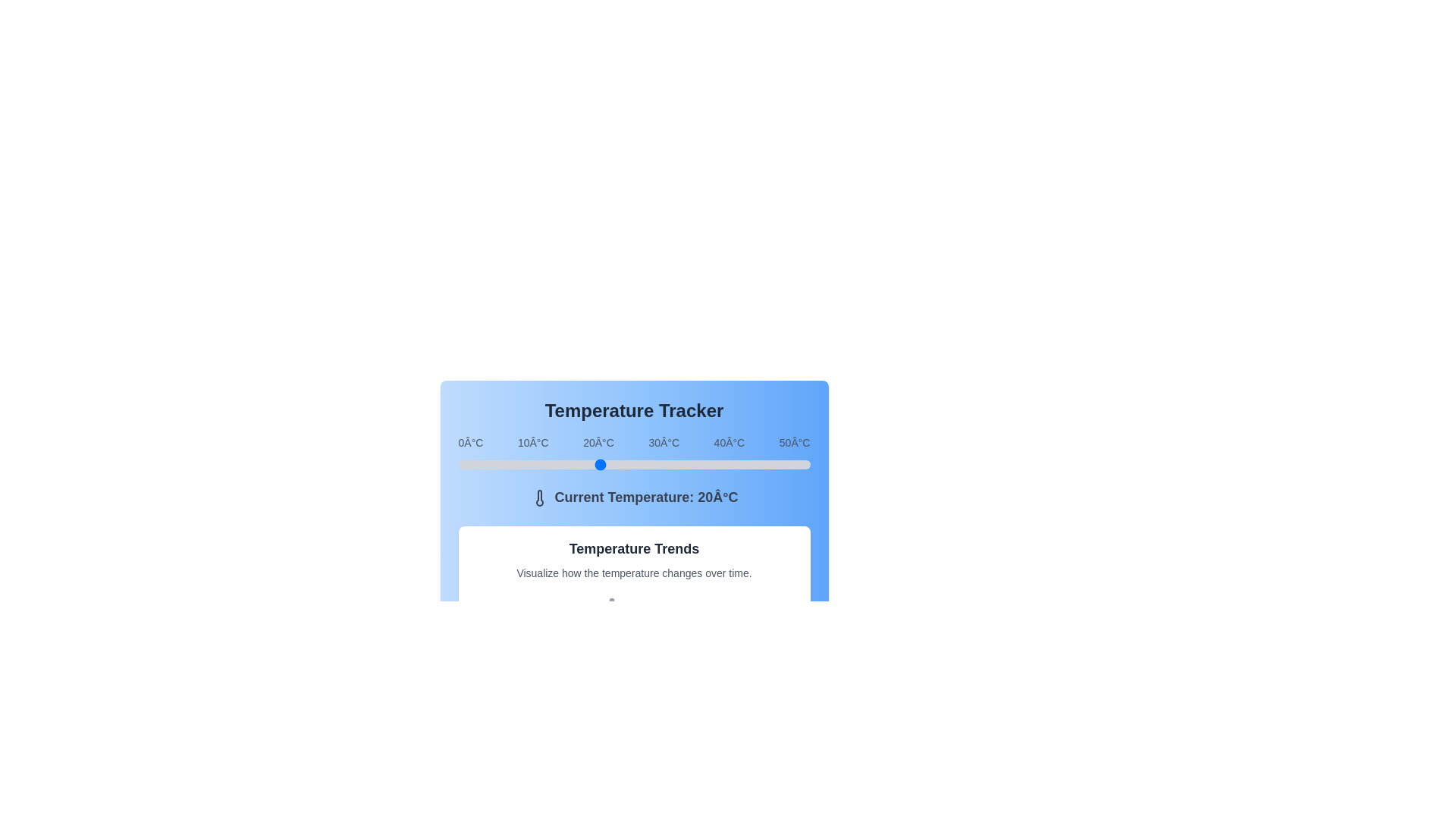 The image size is (1456, 819). What do you see at coordinates (539, 498) in the screenshot?
I see `the thermometer icon to highlight it` at bounding box center [539, 498].